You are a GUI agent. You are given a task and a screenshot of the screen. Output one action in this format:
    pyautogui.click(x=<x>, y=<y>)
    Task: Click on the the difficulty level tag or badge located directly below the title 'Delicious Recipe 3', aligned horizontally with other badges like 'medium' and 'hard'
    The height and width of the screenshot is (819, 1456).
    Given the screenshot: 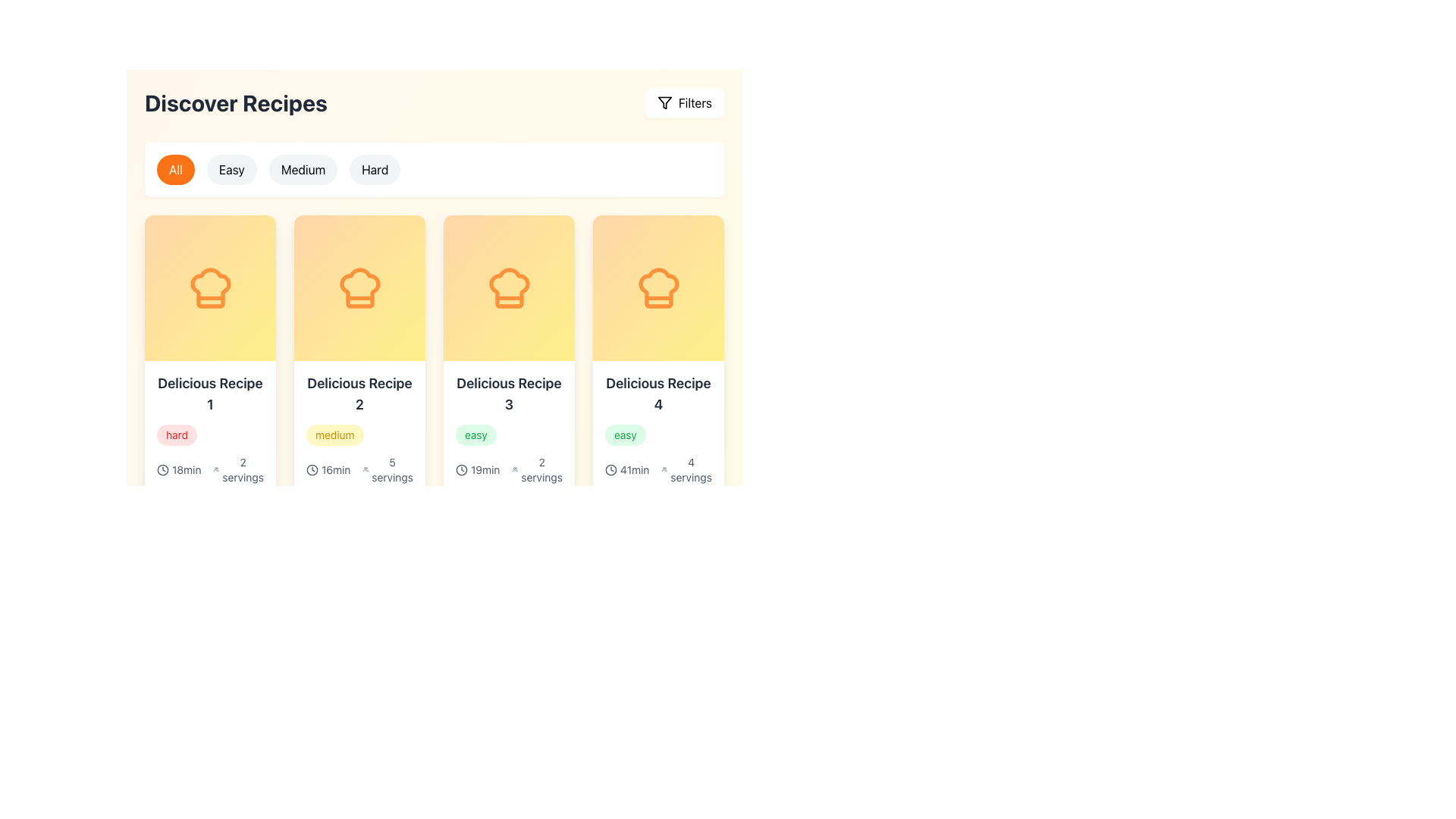 What is the action you would take?
    pyautogui.click(x=509, y=435)
    